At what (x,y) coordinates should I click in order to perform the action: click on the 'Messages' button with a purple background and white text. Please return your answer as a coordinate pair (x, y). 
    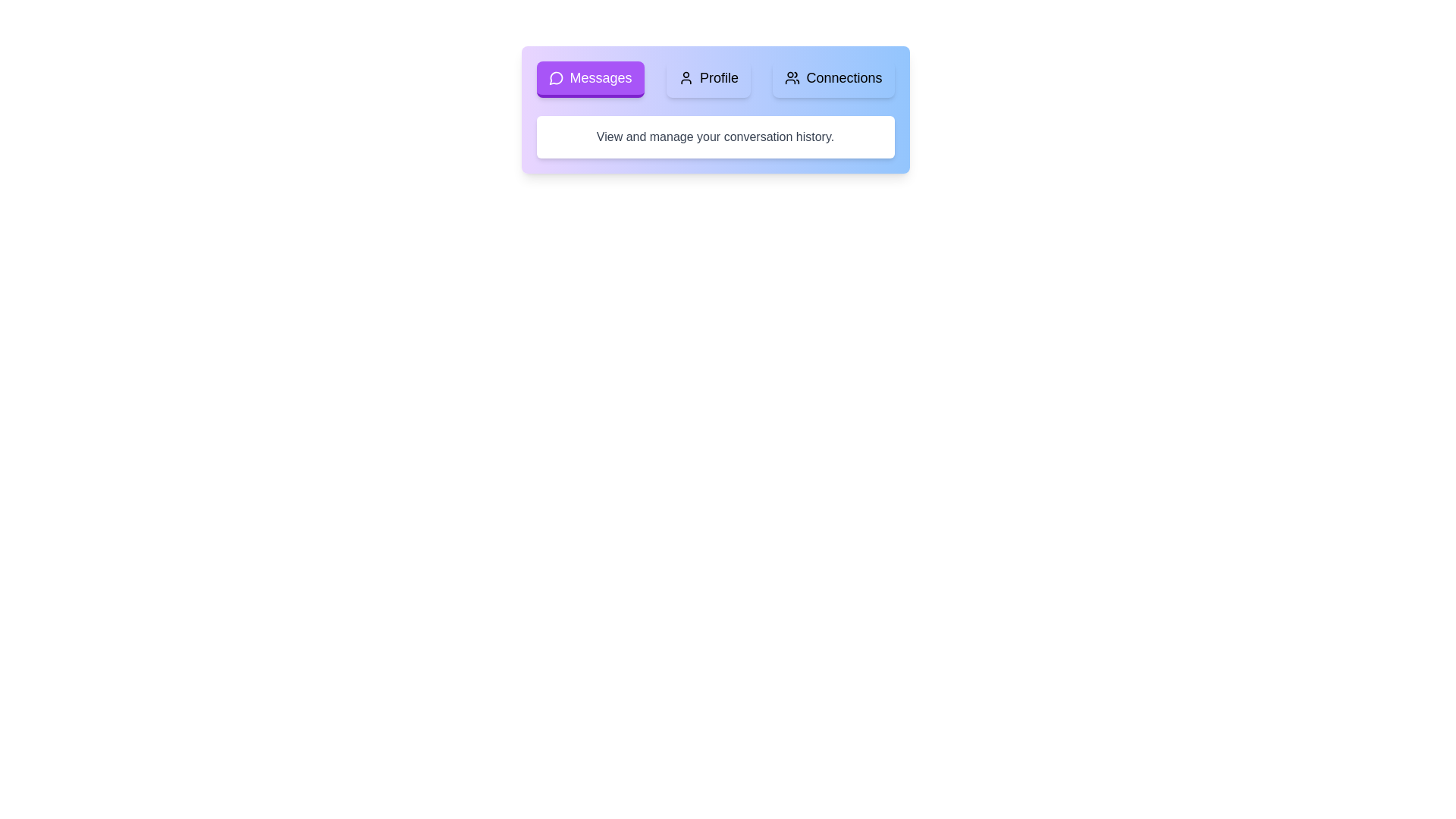
    Looking at the image, I should click on (589, 79).